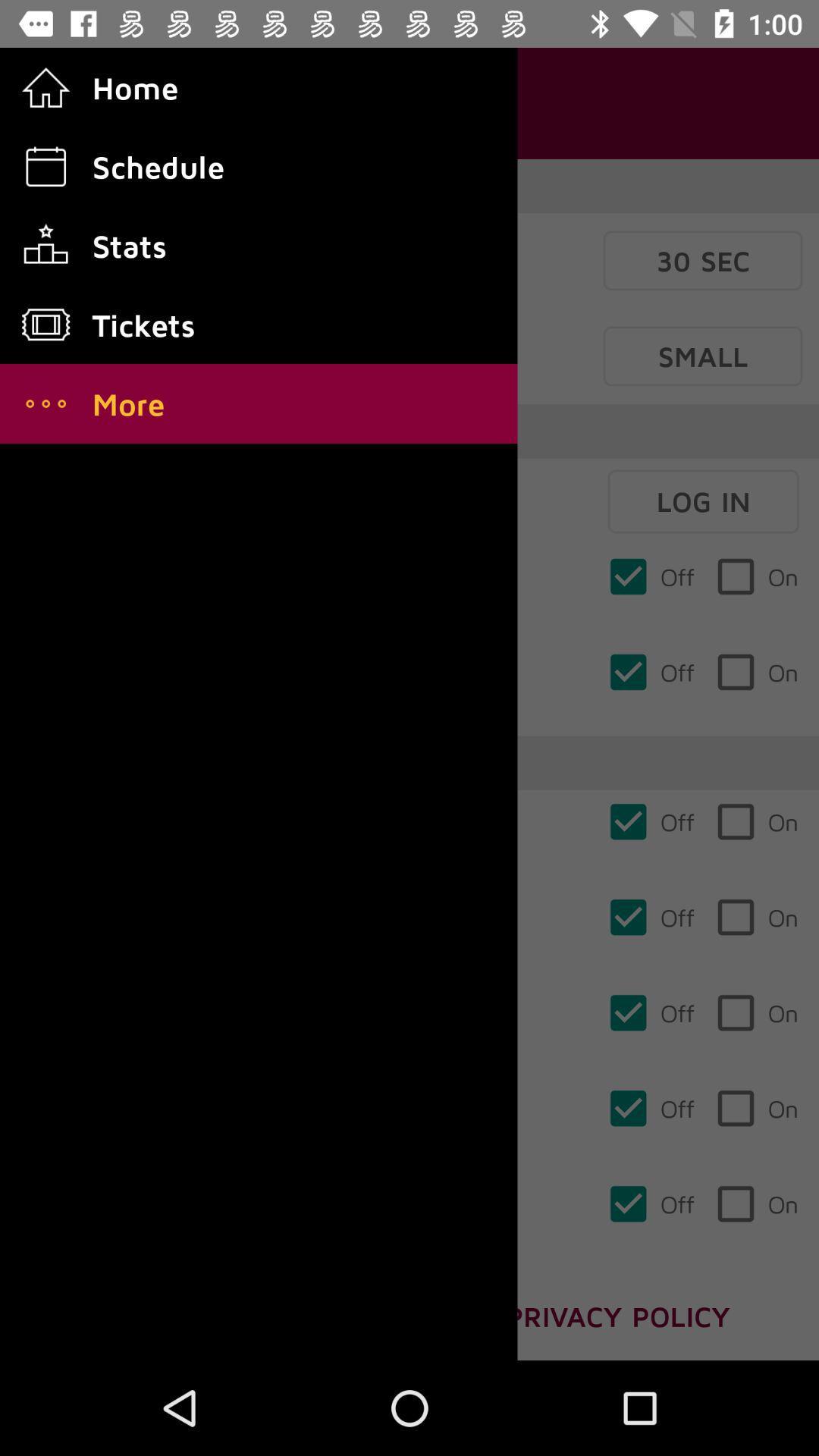  What do you see at coordinates (757, 1203) in the screenshot?
I see `the last on text option` at bounding box center [757, 1203].